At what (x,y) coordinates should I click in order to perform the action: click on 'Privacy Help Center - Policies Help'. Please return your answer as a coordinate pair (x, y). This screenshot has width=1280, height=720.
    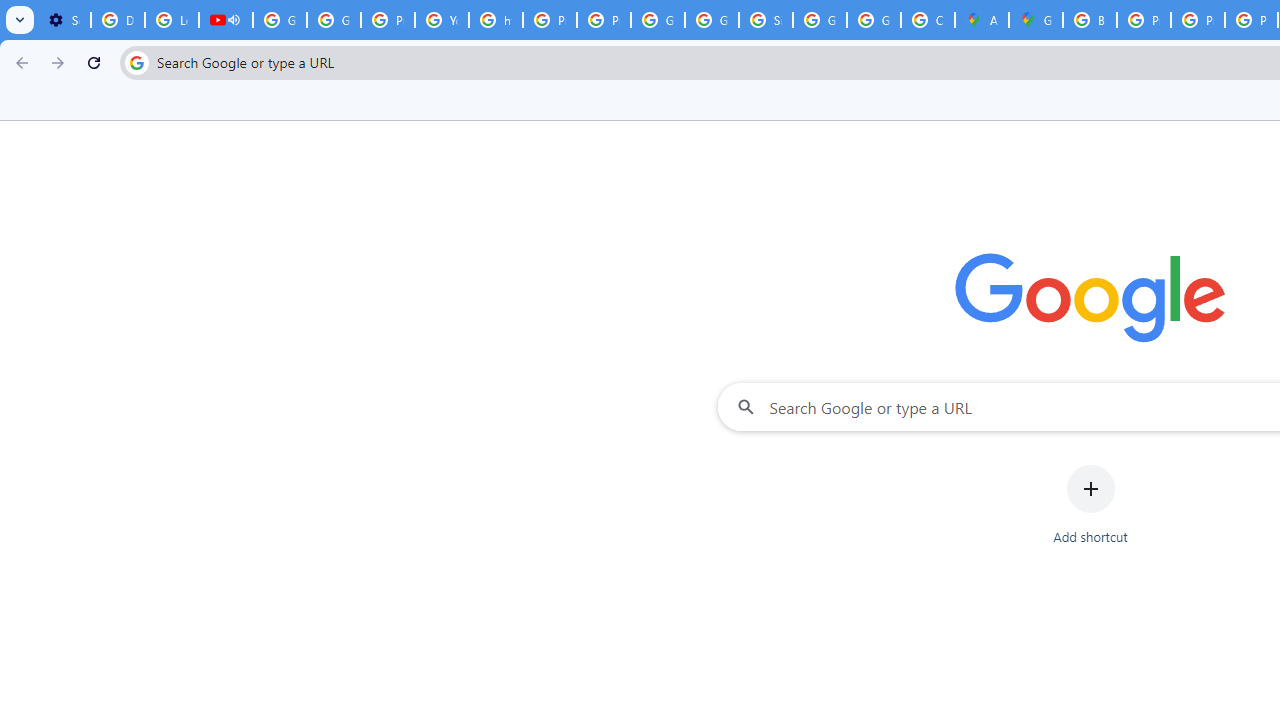
    Looking at the image, I should click on (1144, 20).